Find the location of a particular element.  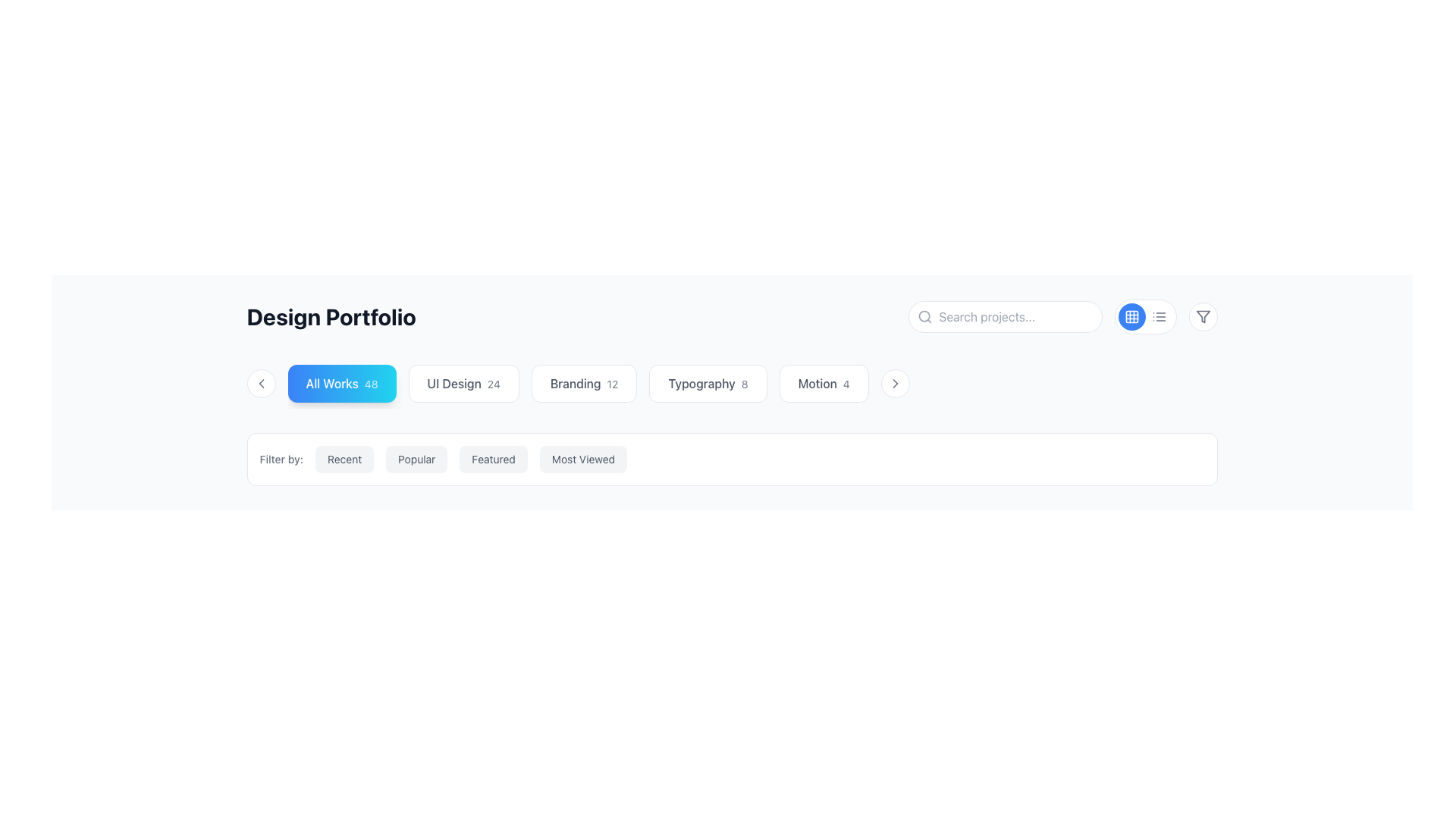

the search icon located within the search input field at the top right section of the interface, which enhances the user's understanding and accessibility of the input field is located at coordinates (924, 315).